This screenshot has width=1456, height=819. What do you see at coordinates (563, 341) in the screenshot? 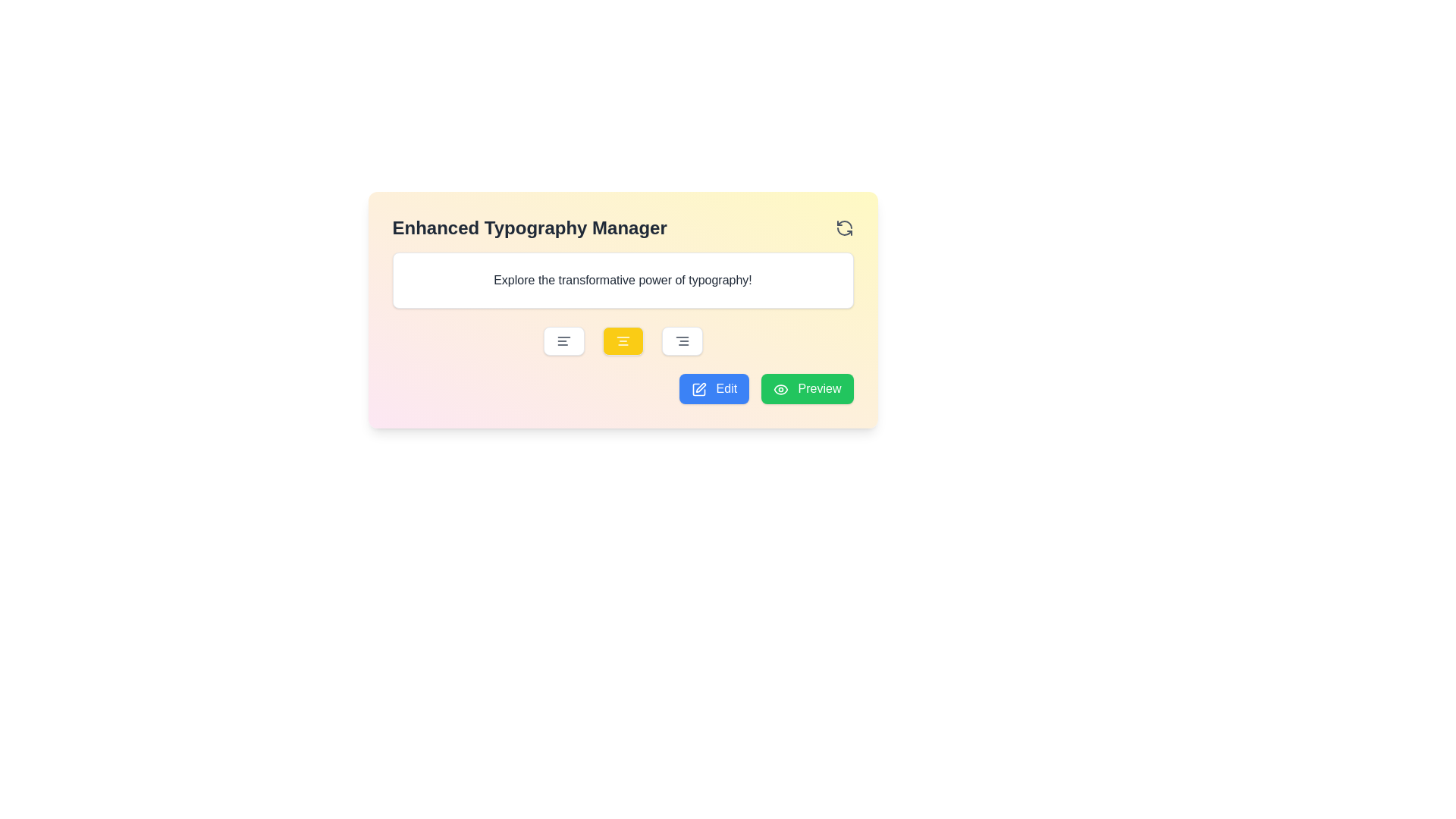
I see `the button containing the icon resembling a text alignment symbol` at bounding box center [563, 341].